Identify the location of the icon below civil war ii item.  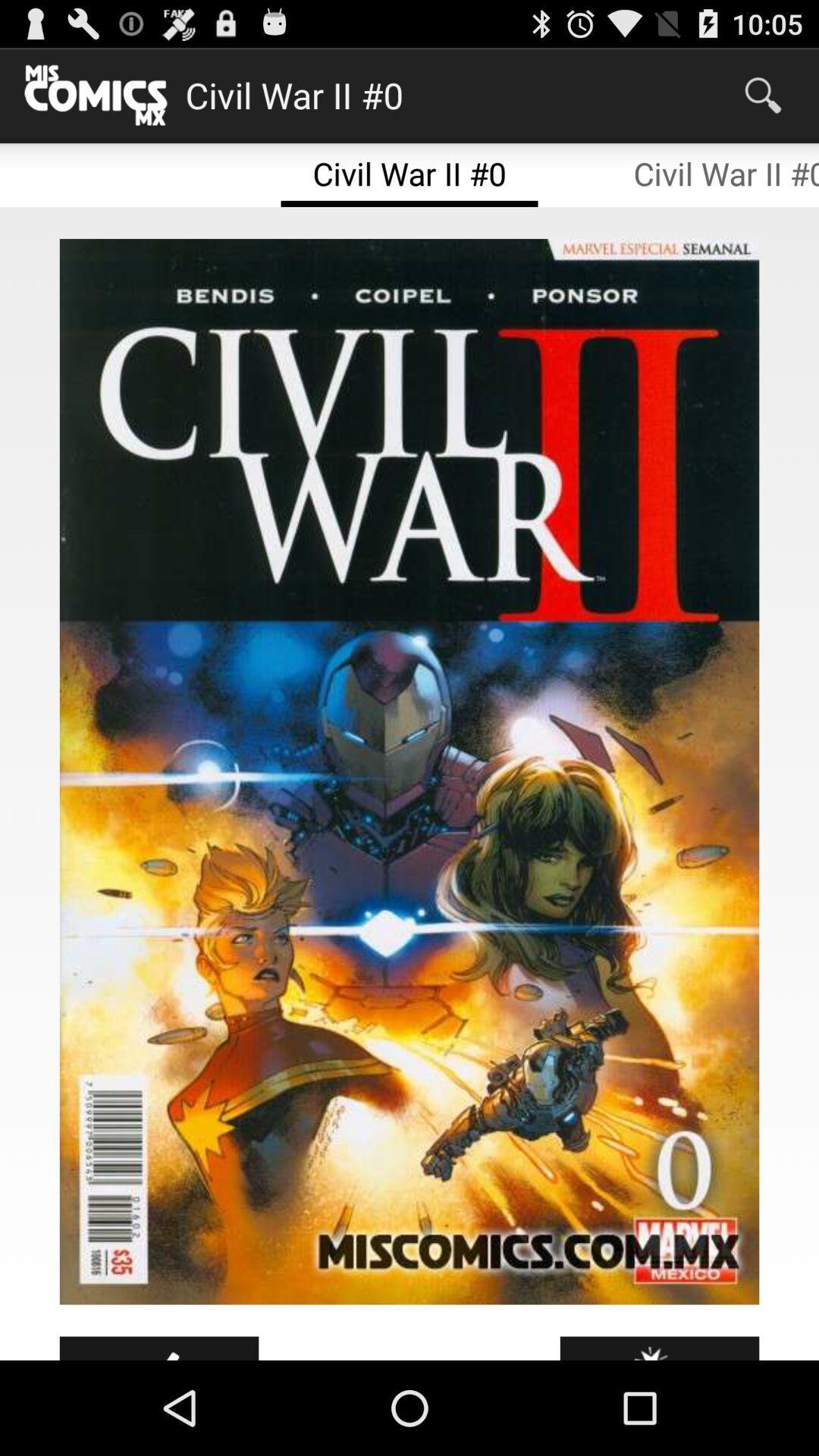
(409, 771).